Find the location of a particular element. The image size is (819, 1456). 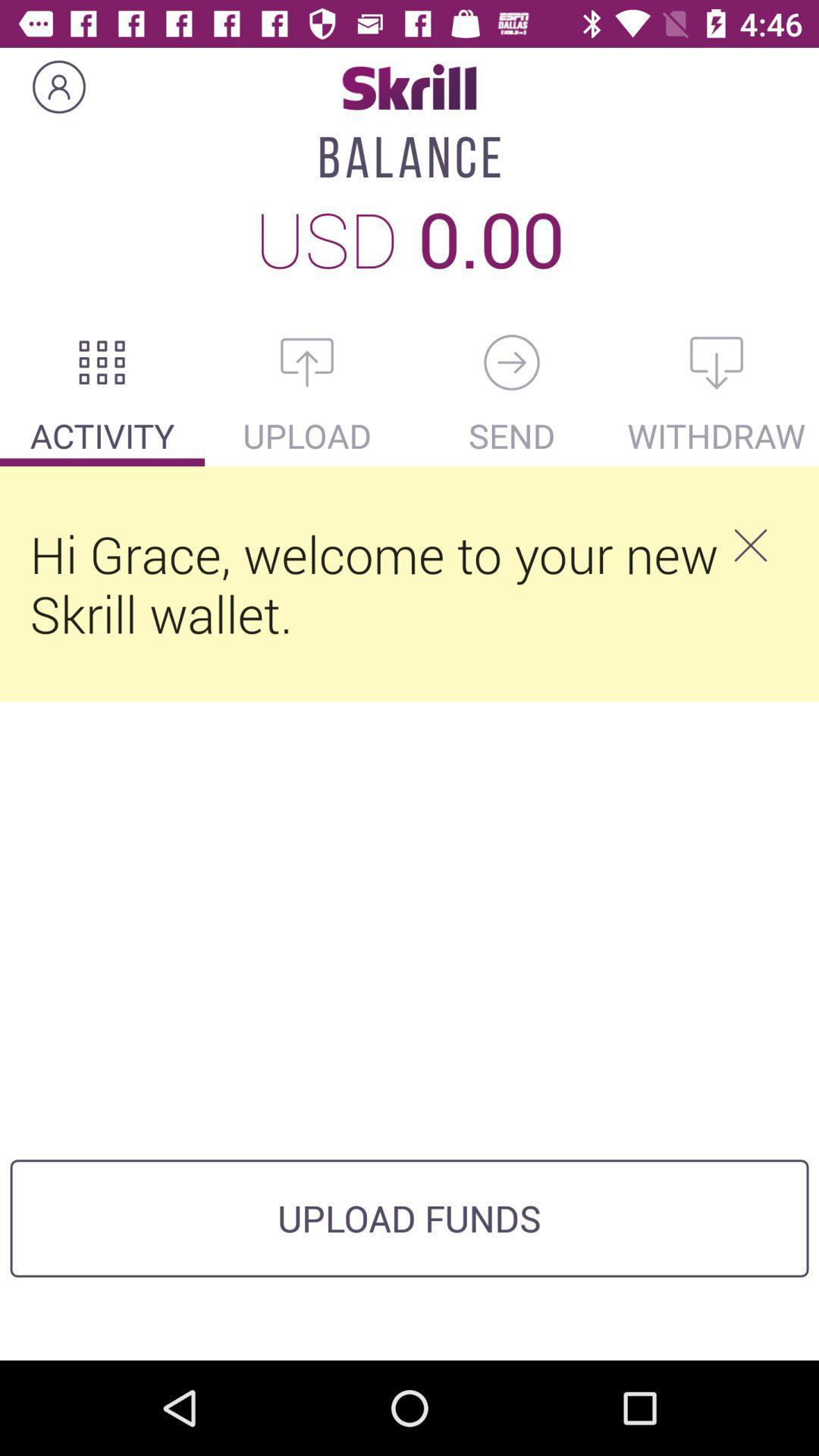

item above send item is located at coordinates (512, 362).